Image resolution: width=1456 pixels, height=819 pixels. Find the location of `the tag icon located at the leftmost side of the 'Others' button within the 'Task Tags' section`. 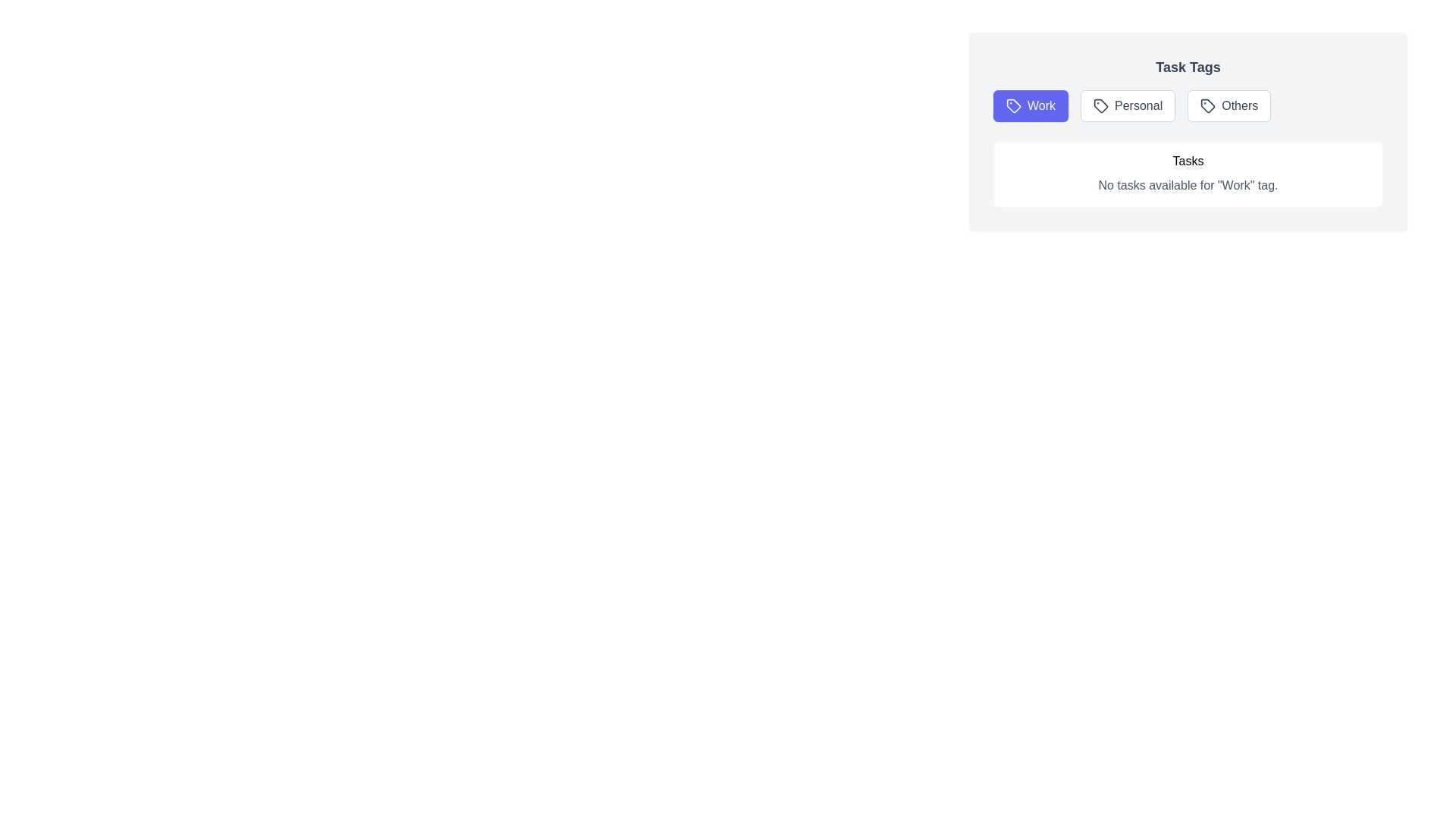

the tag icon located at the leftmost side of the 'Others' button within the 'Task Tags' section is located at coordinates (1207, 105).